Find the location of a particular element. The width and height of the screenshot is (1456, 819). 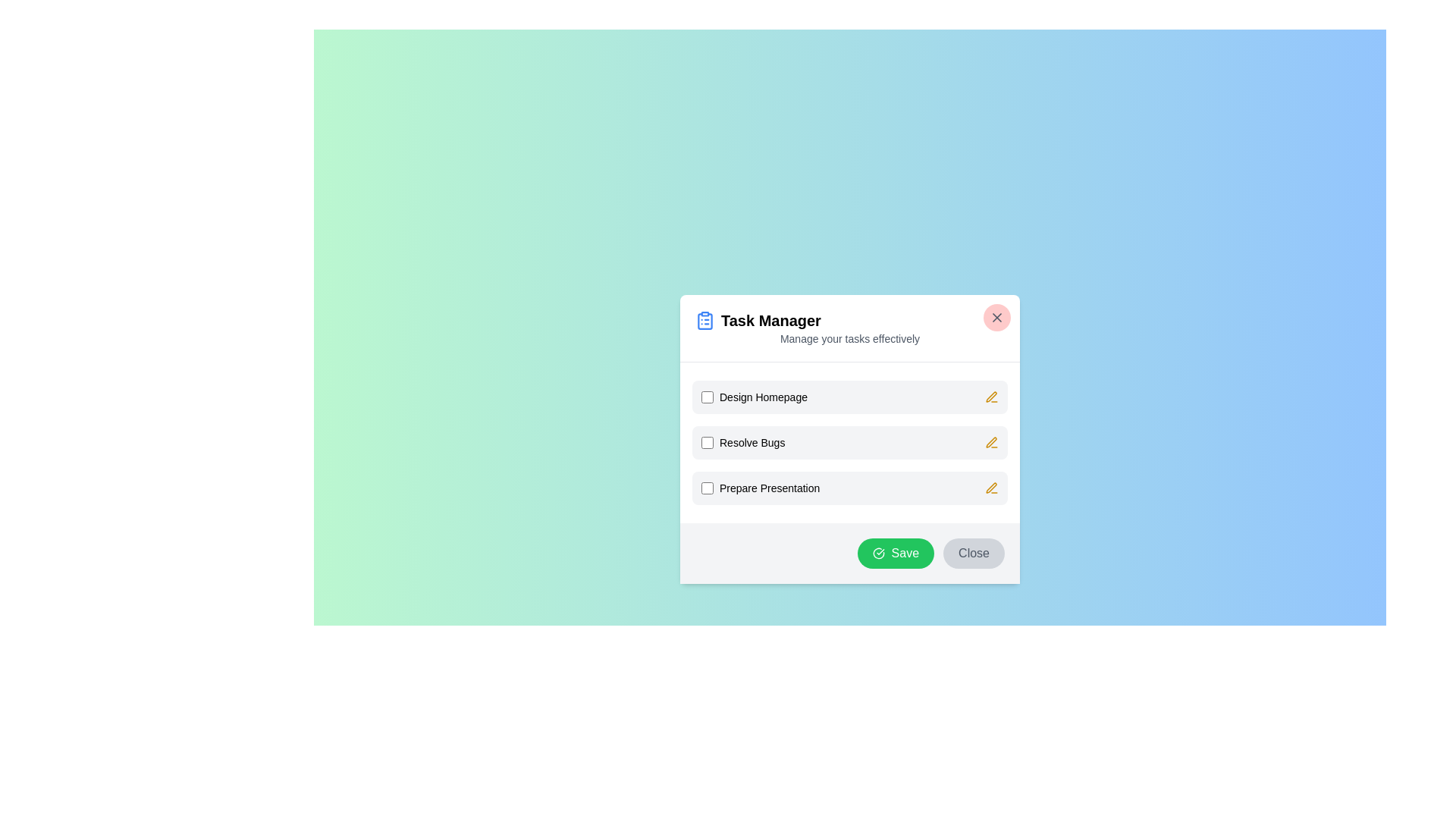

the green outlined checkbox is located at coordinates (706, 396).